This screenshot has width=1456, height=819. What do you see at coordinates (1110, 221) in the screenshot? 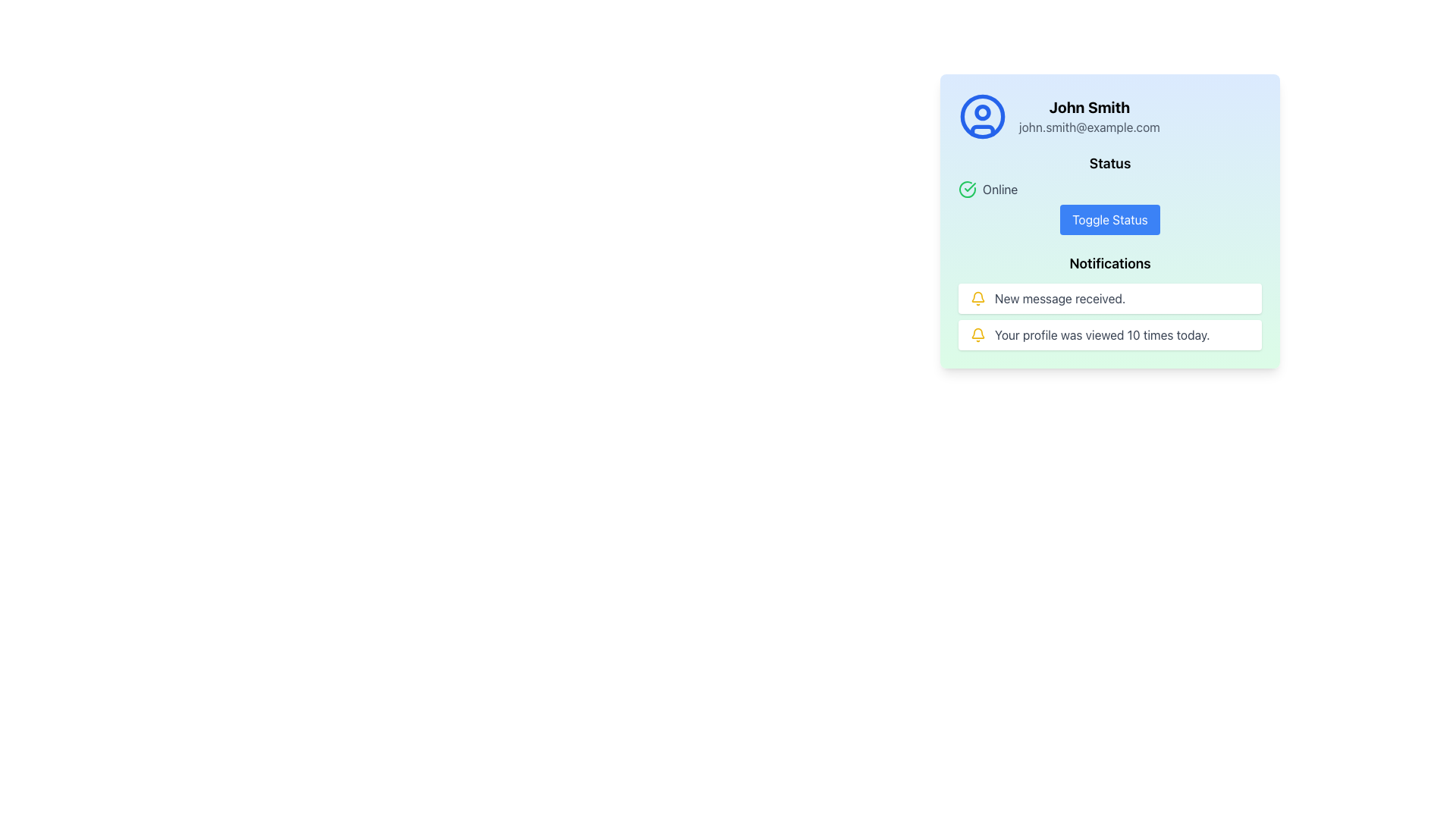
I see `the rectangular button with a blue background and white text reading 'Toggle Status'` at bounding box center [1110, 221].